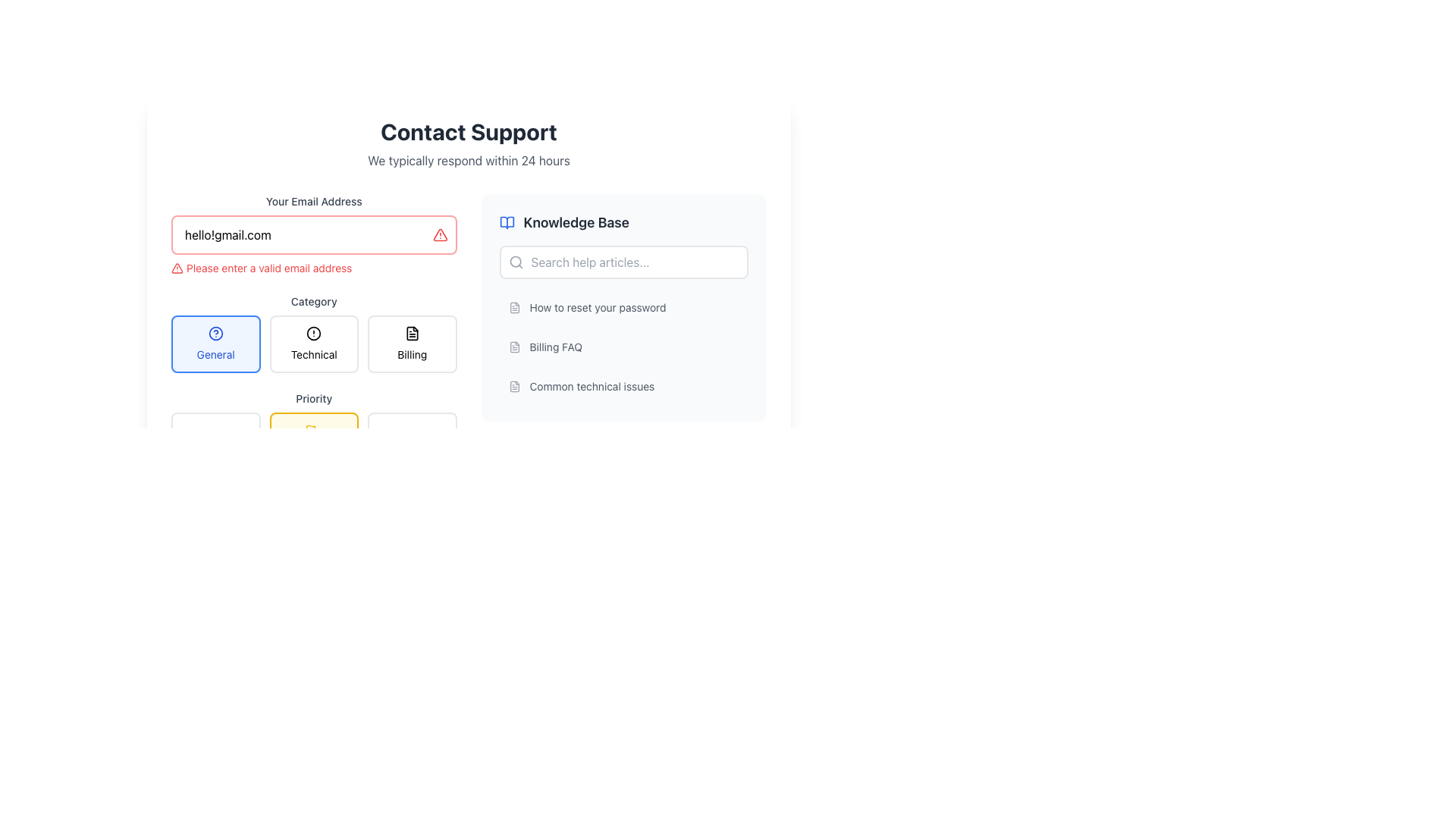 Image resolution: width=1456 pixels, height=819 pixels. What do you see at coordinates (468, 130) in the screenshot?
I see `the Header text located at the top section of the page, which serves as a title or header for the section` at bounding box center [468, 130].